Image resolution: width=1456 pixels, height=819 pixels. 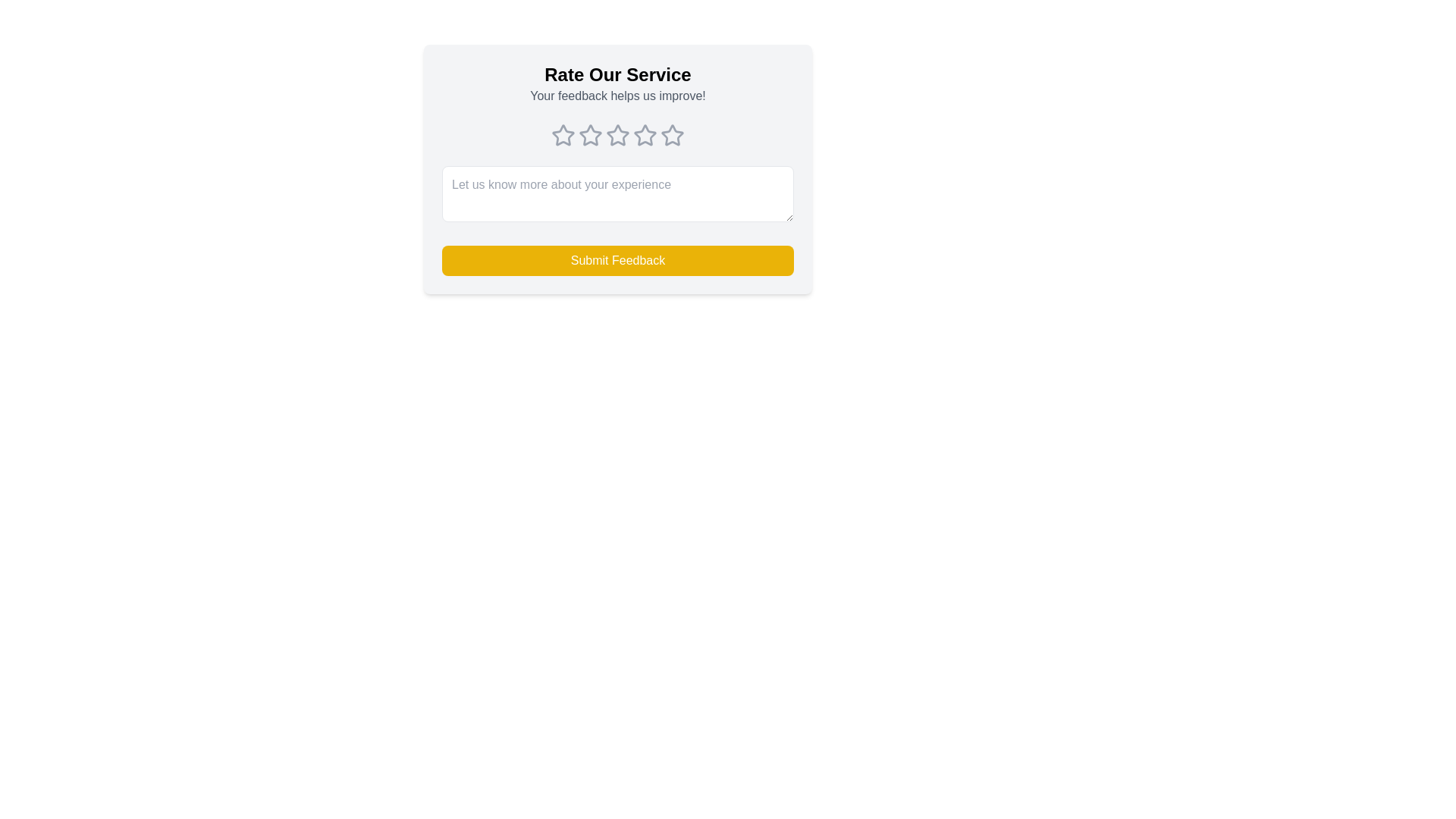 What do you see at coordinates (671, 133) in the screenshot?
I see `the fifth star icon in the rating series` at bounding box center [671, 133].